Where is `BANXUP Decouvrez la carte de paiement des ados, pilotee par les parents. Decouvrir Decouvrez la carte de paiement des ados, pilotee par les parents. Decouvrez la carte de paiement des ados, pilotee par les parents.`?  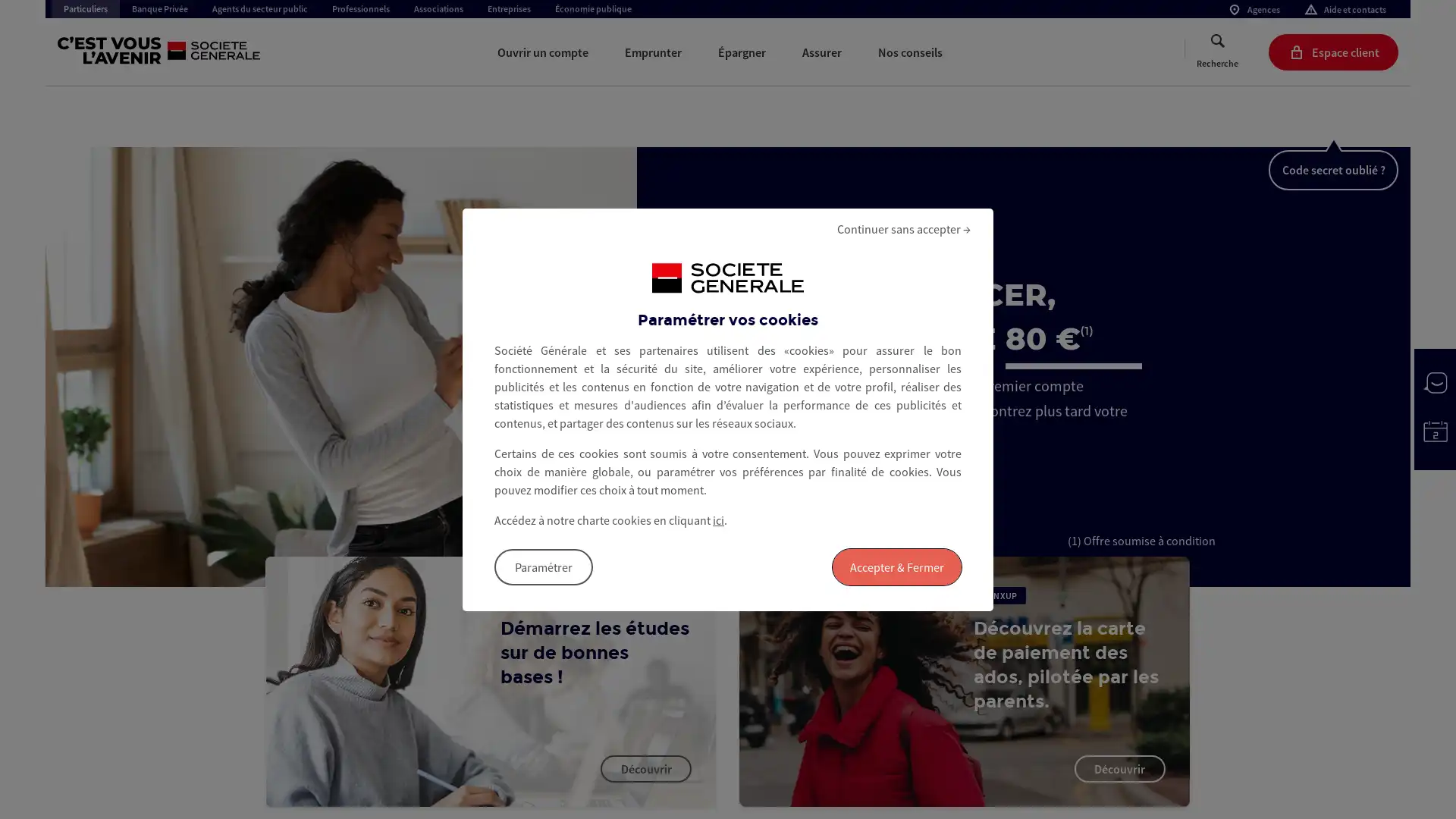
BANXUP Decouvrez la carte de paiement des ados, pilotee par les parents. Decouvrir Decouvrez la carte de paiement des ados, pilotee par les parents. Decouvrez la carte de paiement des ados, pilotee par les parents. is located at coordinates (963, 680).